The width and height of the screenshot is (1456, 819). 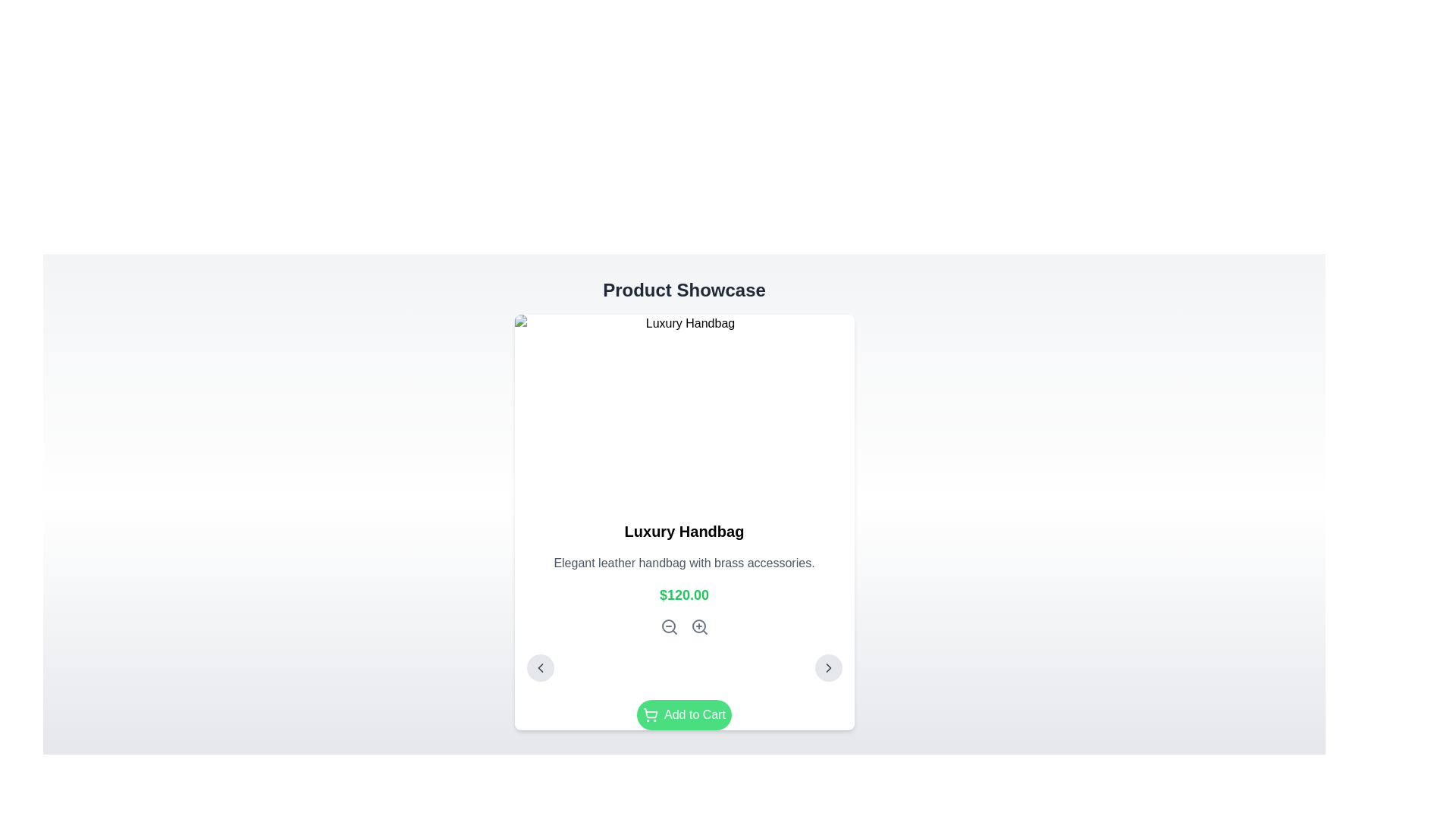 What do you see at coordinates (667, 626) in the screenshot?
I see `the circular part of the magnifying glass icon, which is located on the right side of the product showcase interface` at bounding box center [667, 626].